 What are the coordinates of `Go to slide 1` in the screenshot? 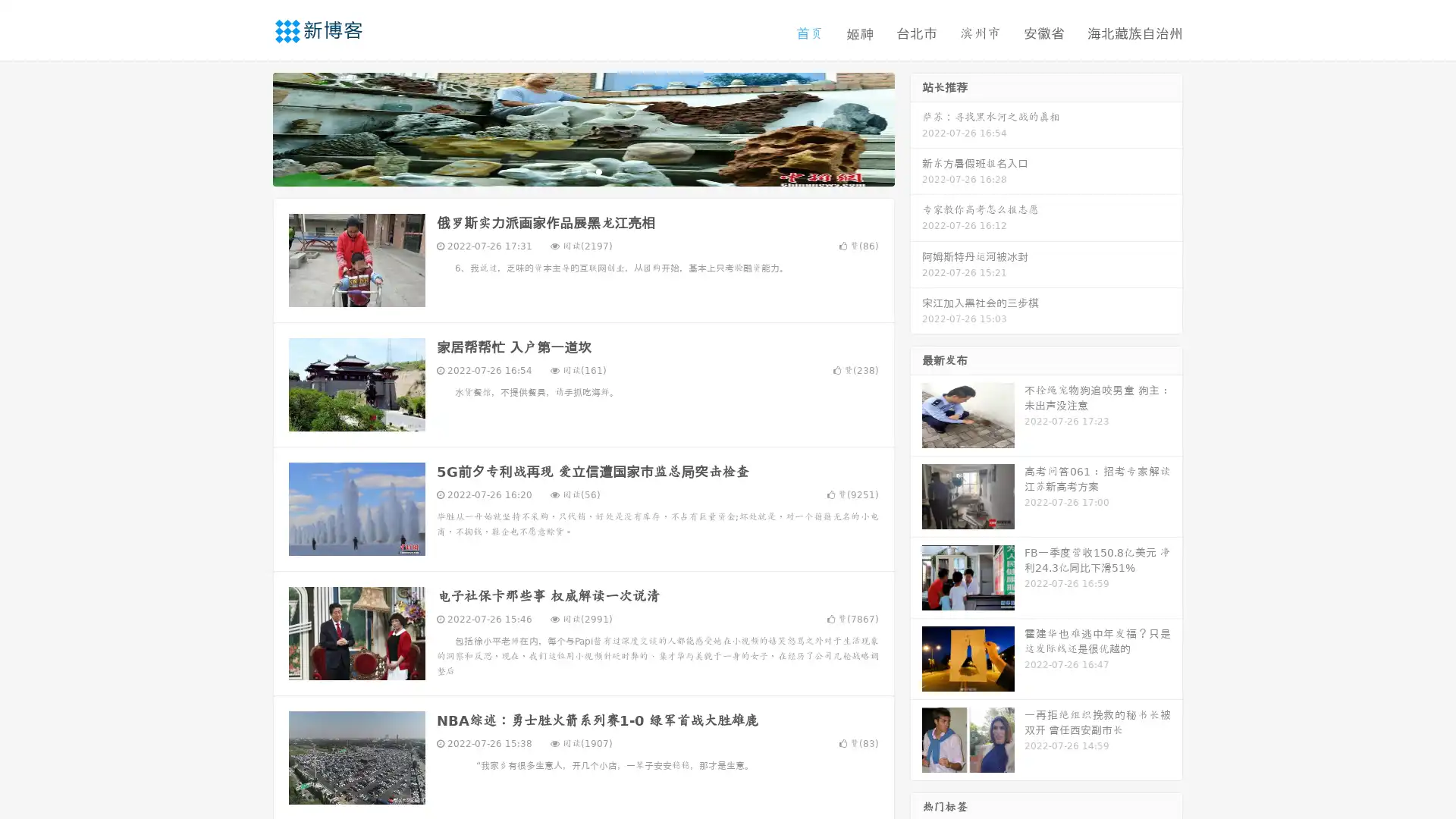 It's located at (567, 171).